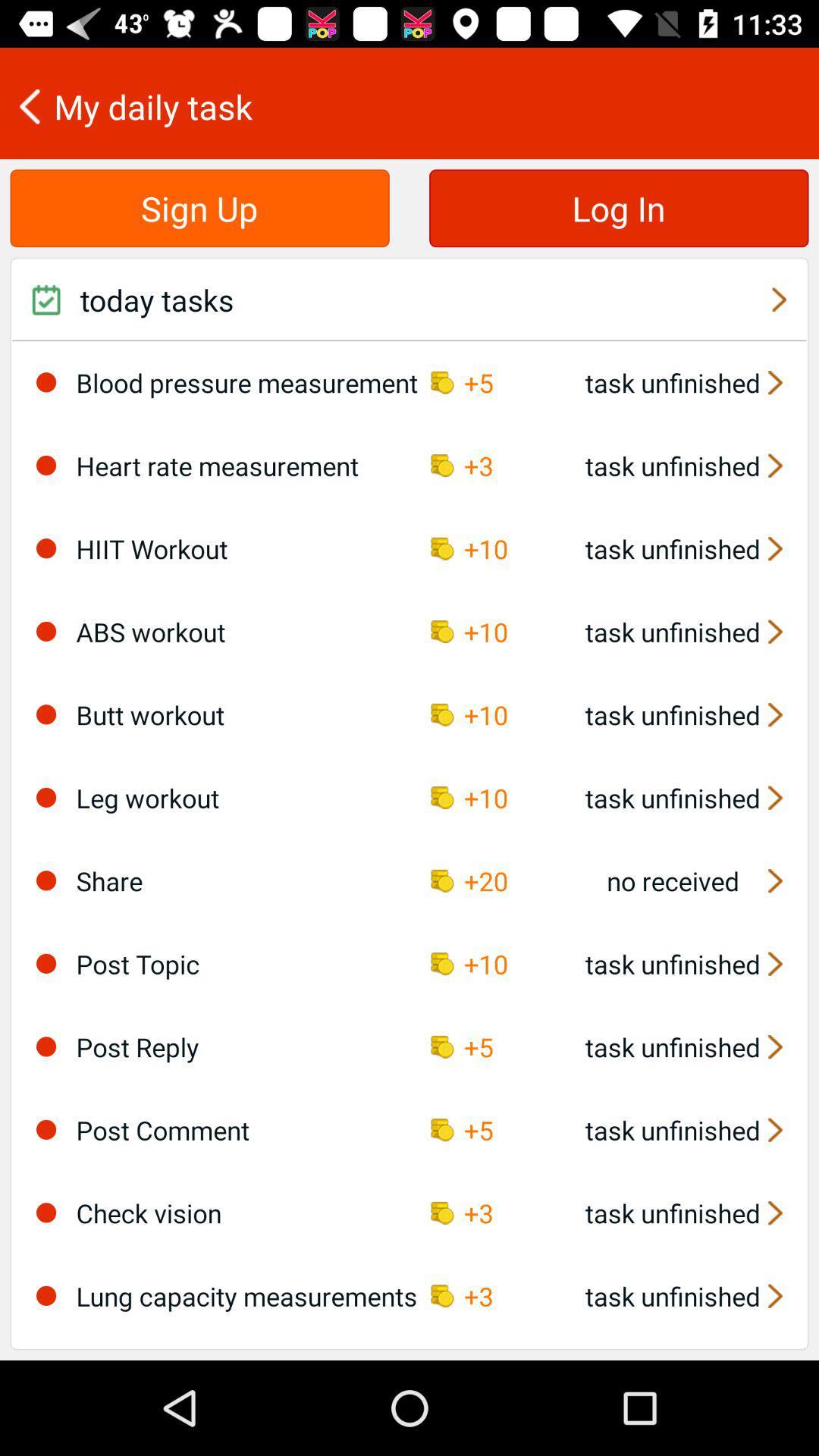 The image size is (819, 1456). I want to click on choose abs workout, so click(45, 631).